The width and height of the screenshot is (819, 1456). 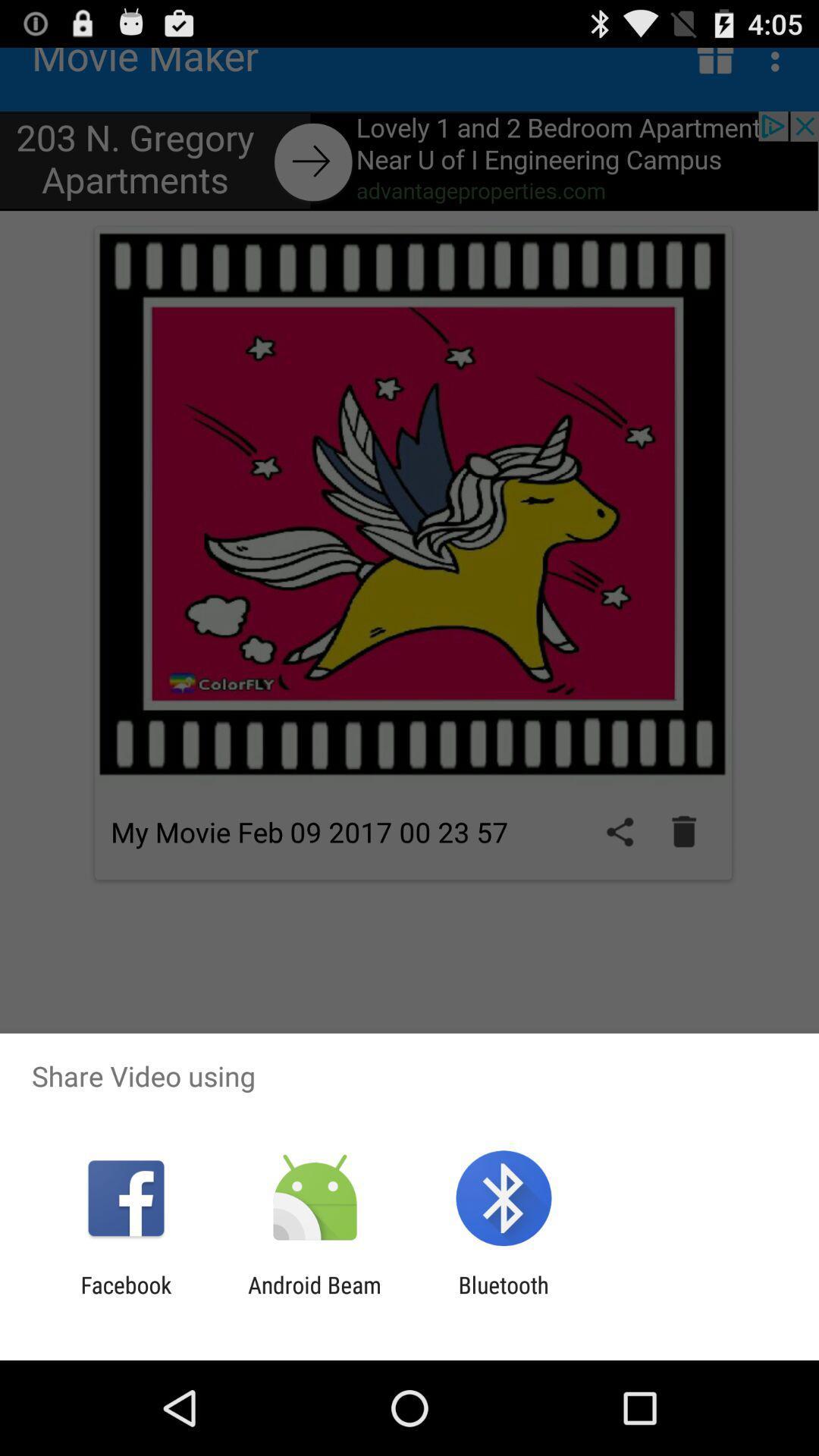 What do you see at coordinates (314, 1298) in the screenshot?
I see `the item to the left of bluetooth icon` at bounding box center [314, 1298].